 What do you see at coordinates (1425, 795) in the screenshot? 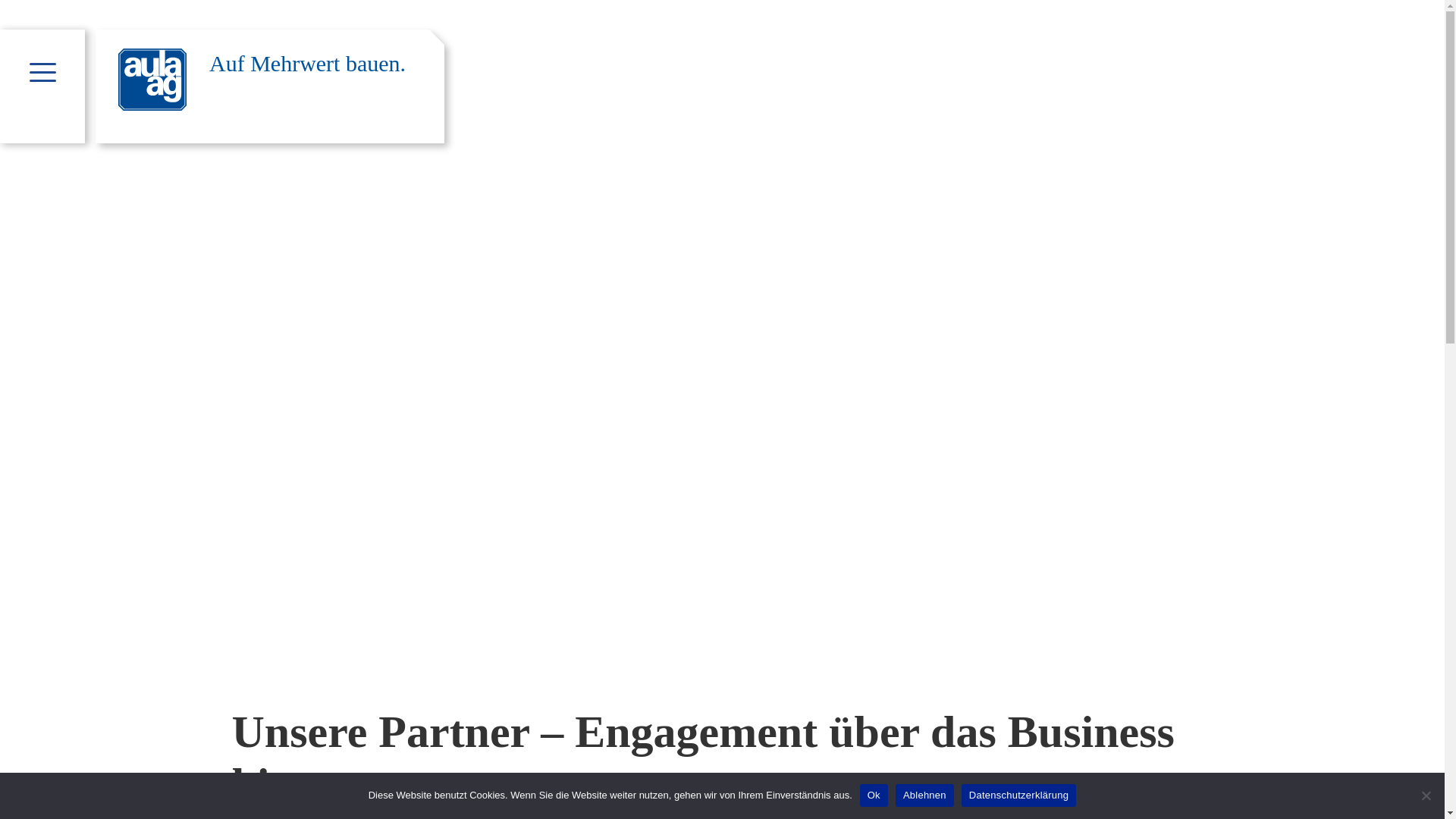
I see `'Ablehnen'` at bounding box center [1425, 795].